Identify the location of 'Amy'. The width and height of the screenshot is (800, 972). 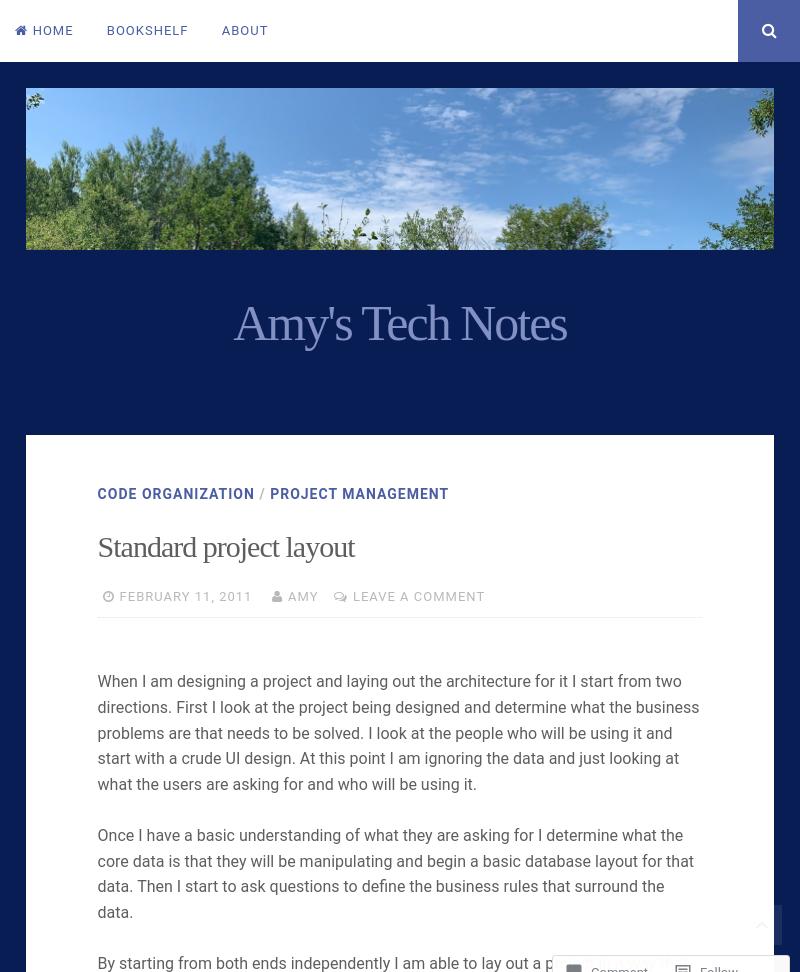
(302, 595).